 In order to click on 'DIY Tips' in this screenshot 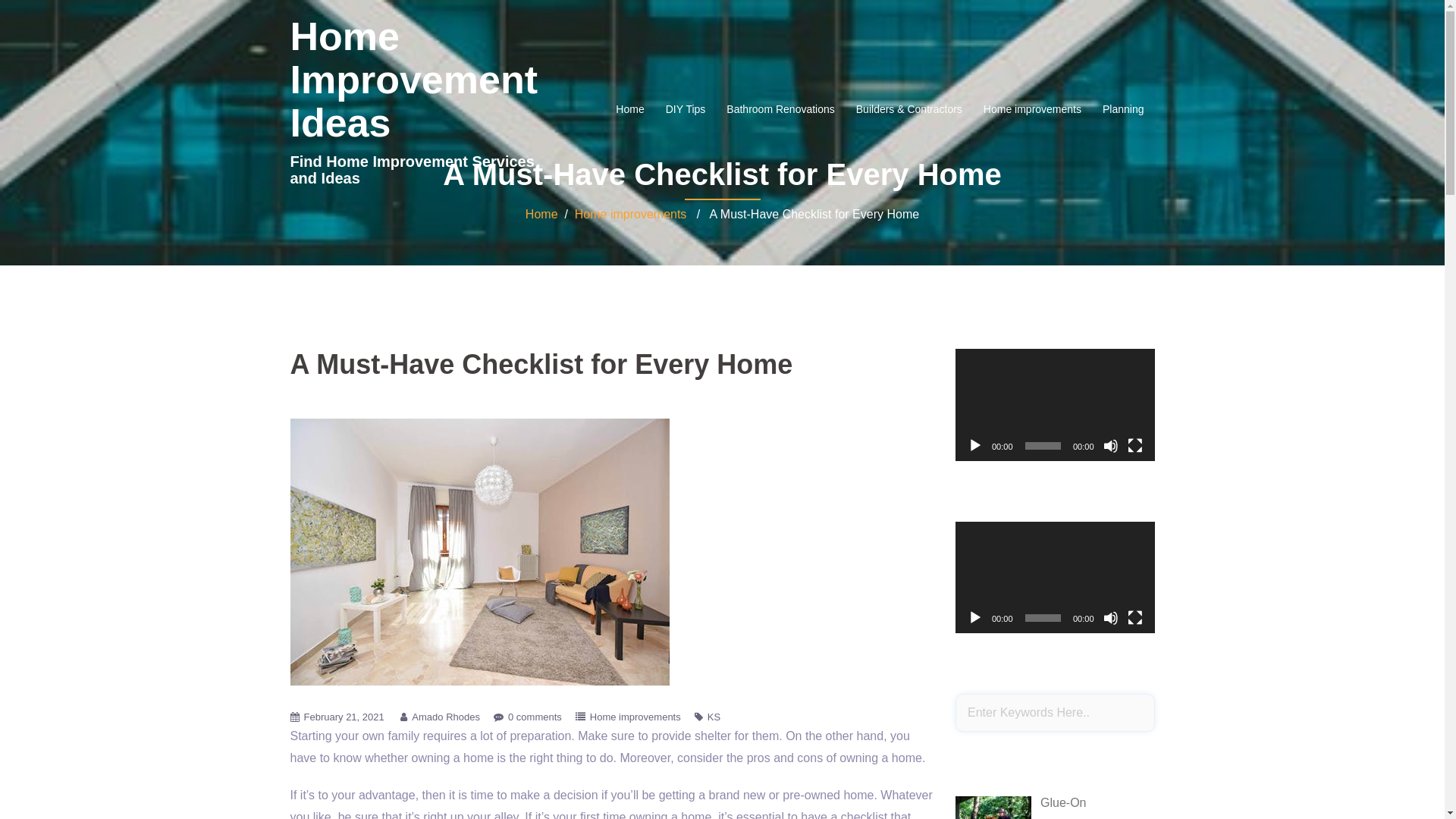, I will do `click(685, 108)`.